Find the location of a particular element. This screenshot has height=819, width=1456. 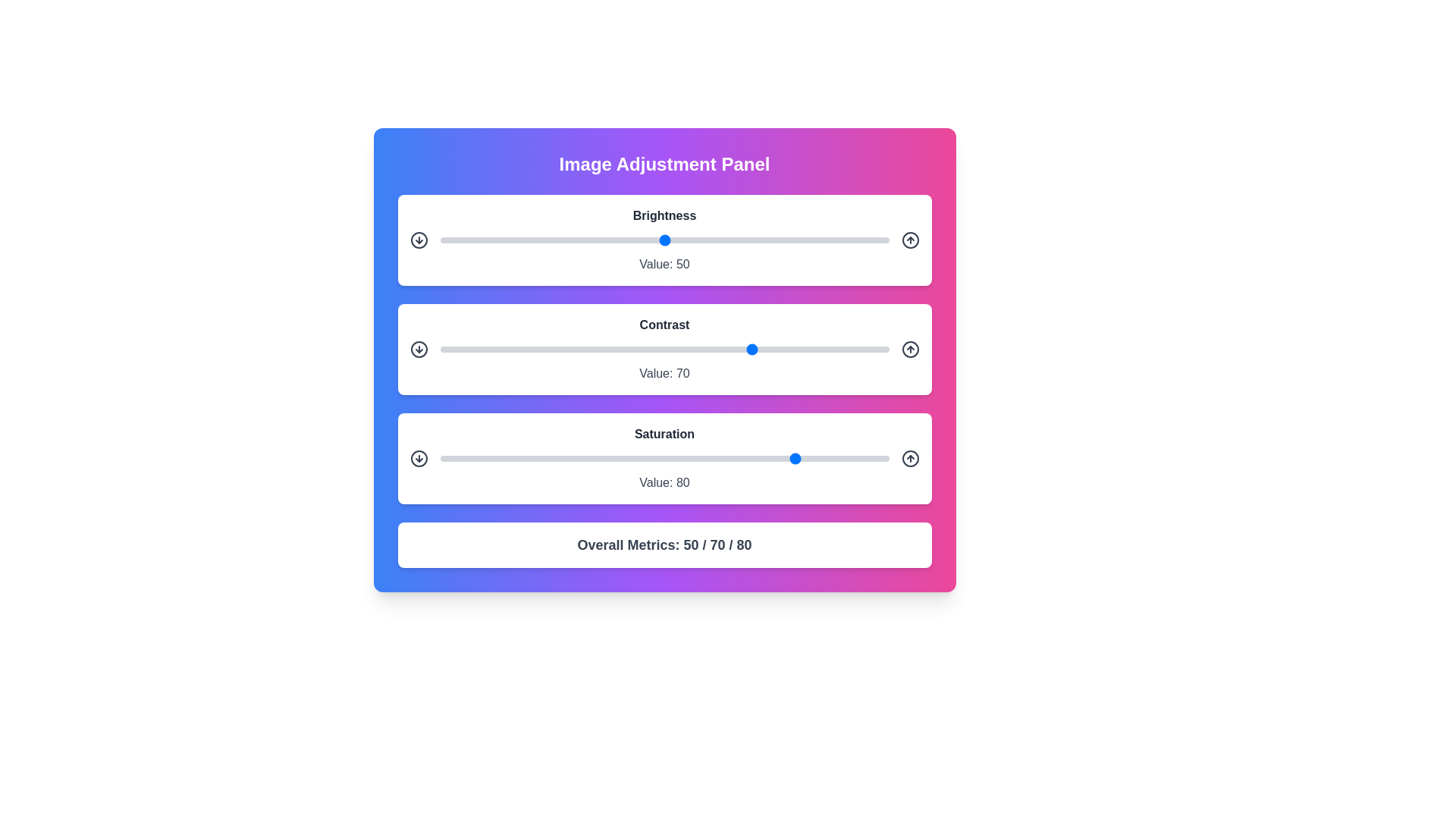

saturation level is located at coordinates (794, 458).